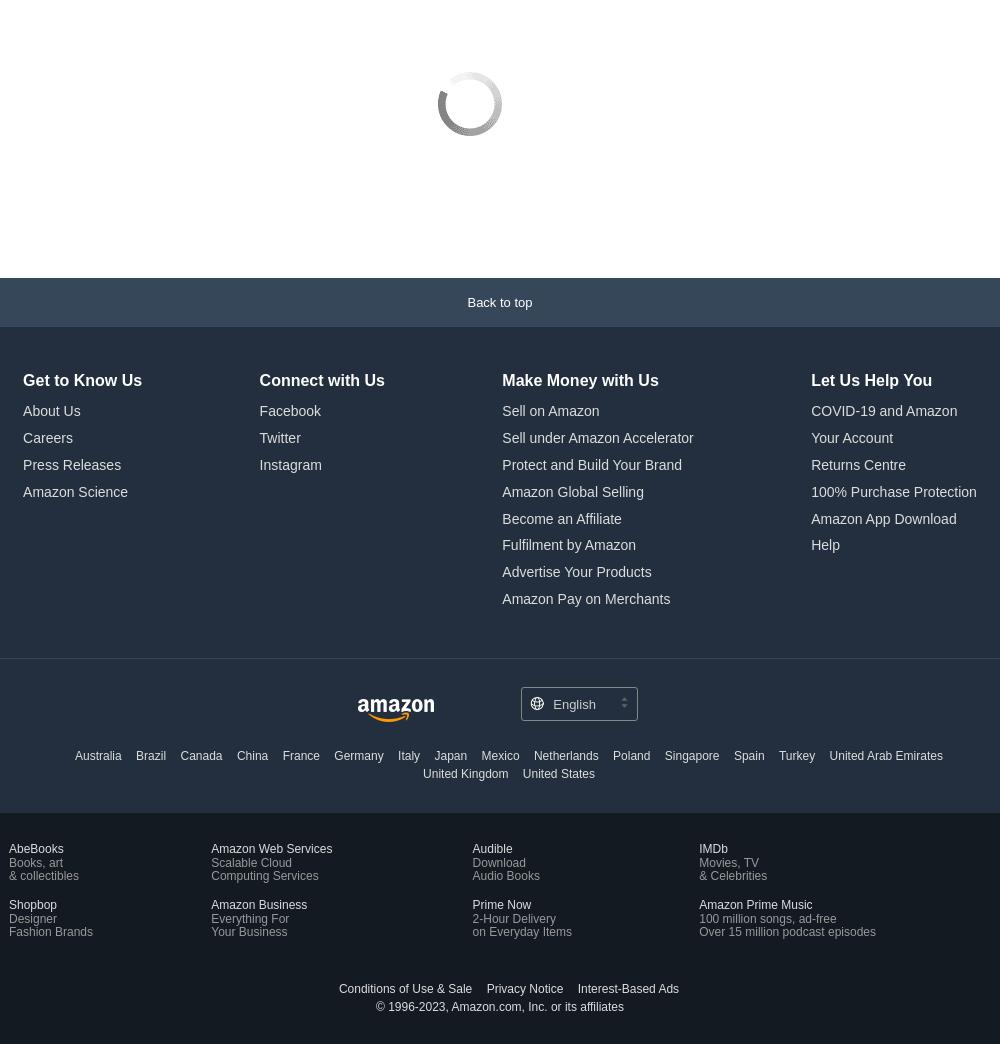 The width and height of the screenshot is (1000, 1044). I want to click on 'Returns Centre', so click(811, 463).